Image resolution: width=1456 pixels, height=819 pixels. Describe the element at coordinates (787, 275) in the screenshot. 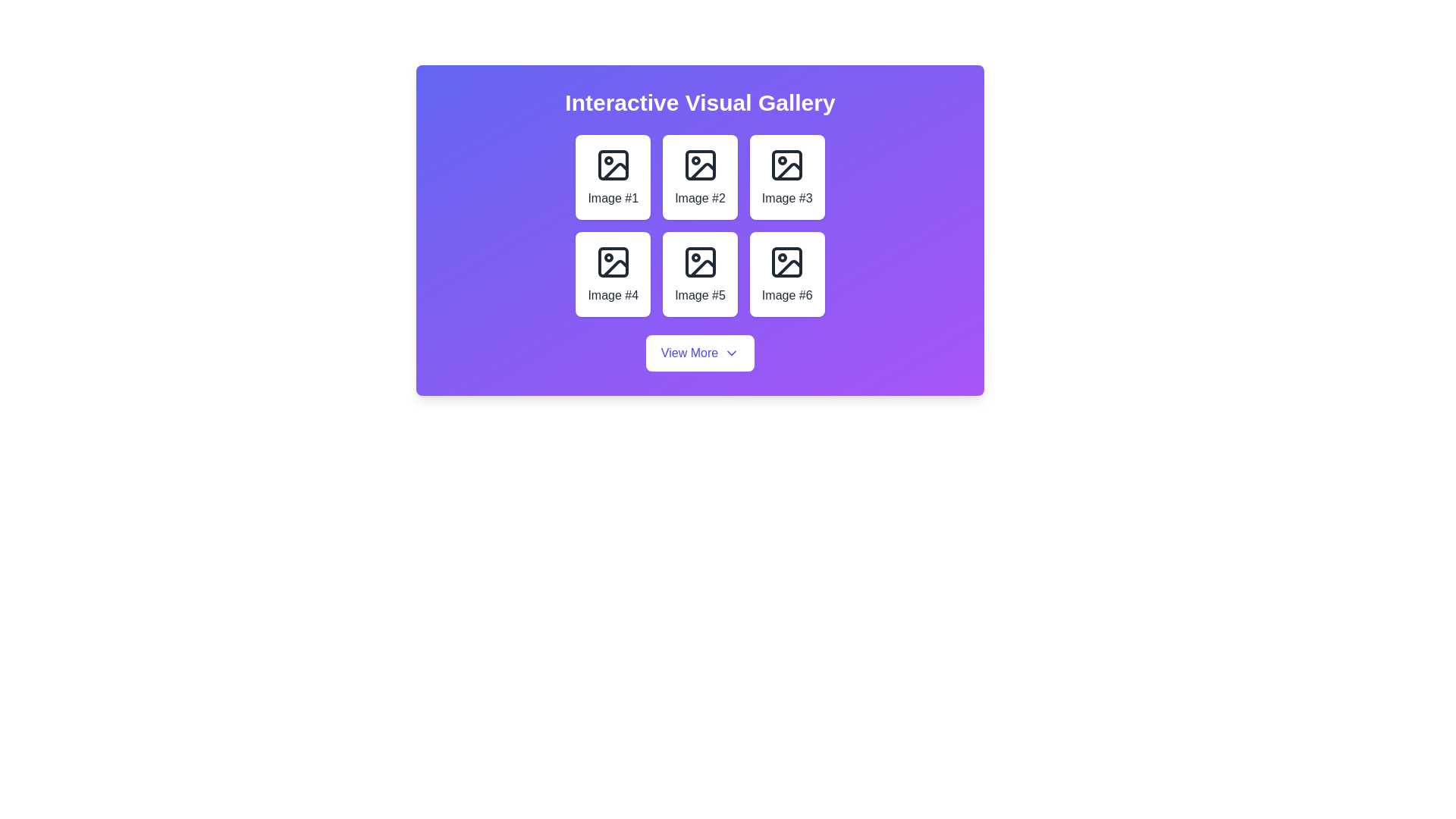

I see `the last Card element in the grid layout that represents 'Image #6'` at that location.